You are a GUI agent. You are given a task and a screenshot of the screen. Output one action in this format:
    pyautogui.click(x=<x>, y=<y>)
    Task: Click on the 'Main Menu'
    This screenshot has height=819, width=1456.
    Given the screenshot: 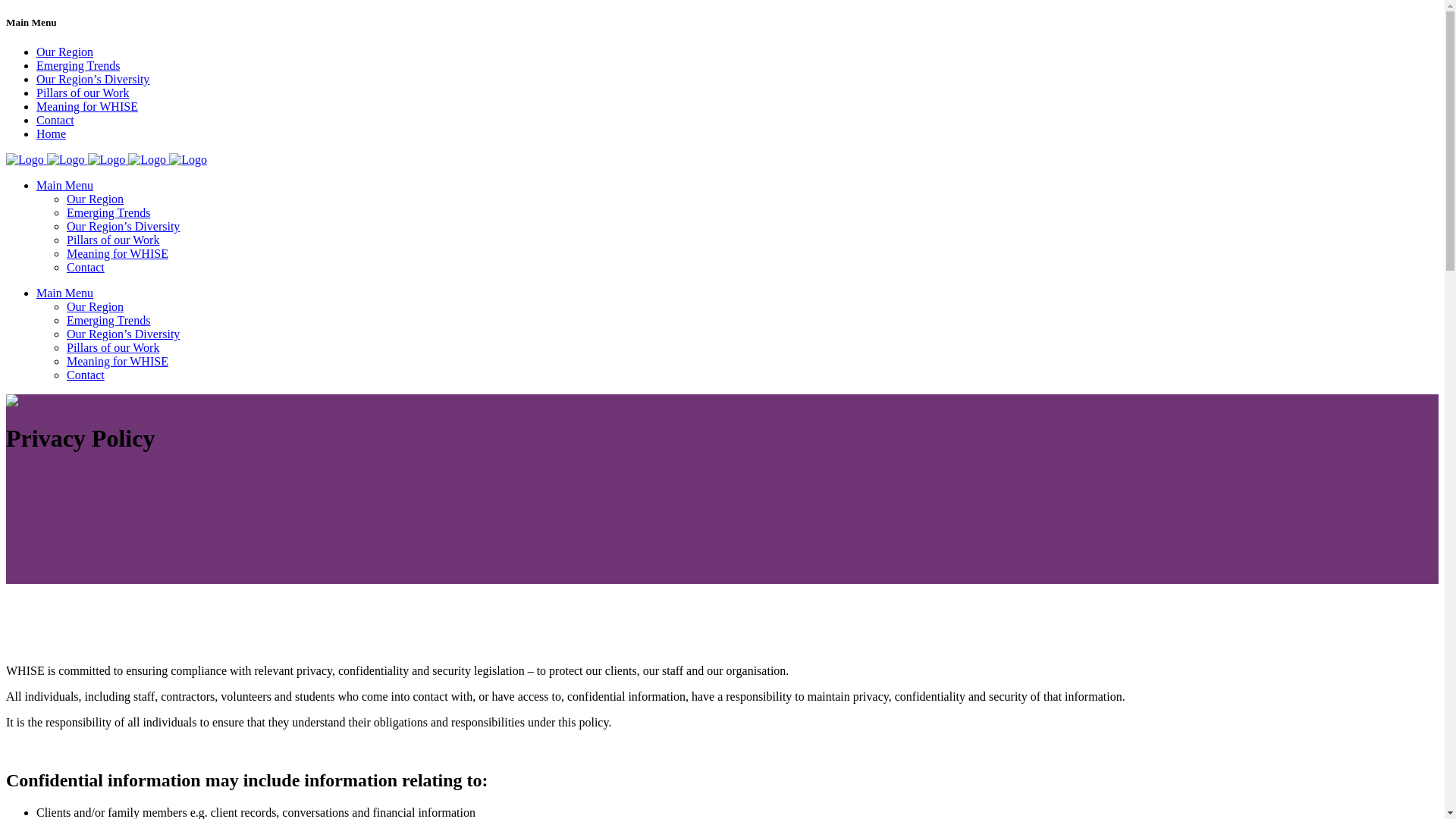 What is the action you would take?
    pyautogui.click(x=64, y=184)
    